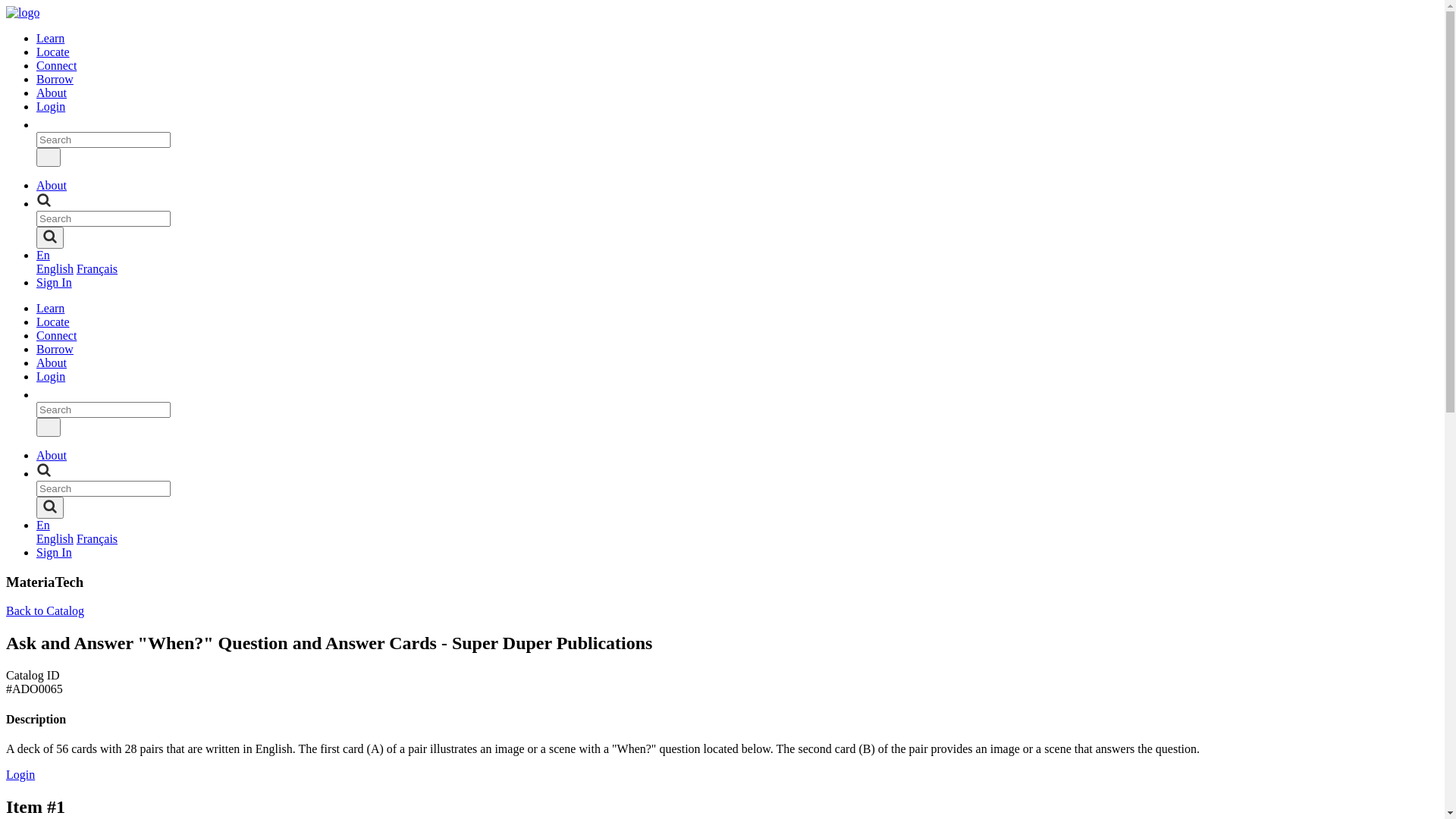  Describe the element at coordinates (53, 321) in the screenshot. I see `'Locate'` at that location.